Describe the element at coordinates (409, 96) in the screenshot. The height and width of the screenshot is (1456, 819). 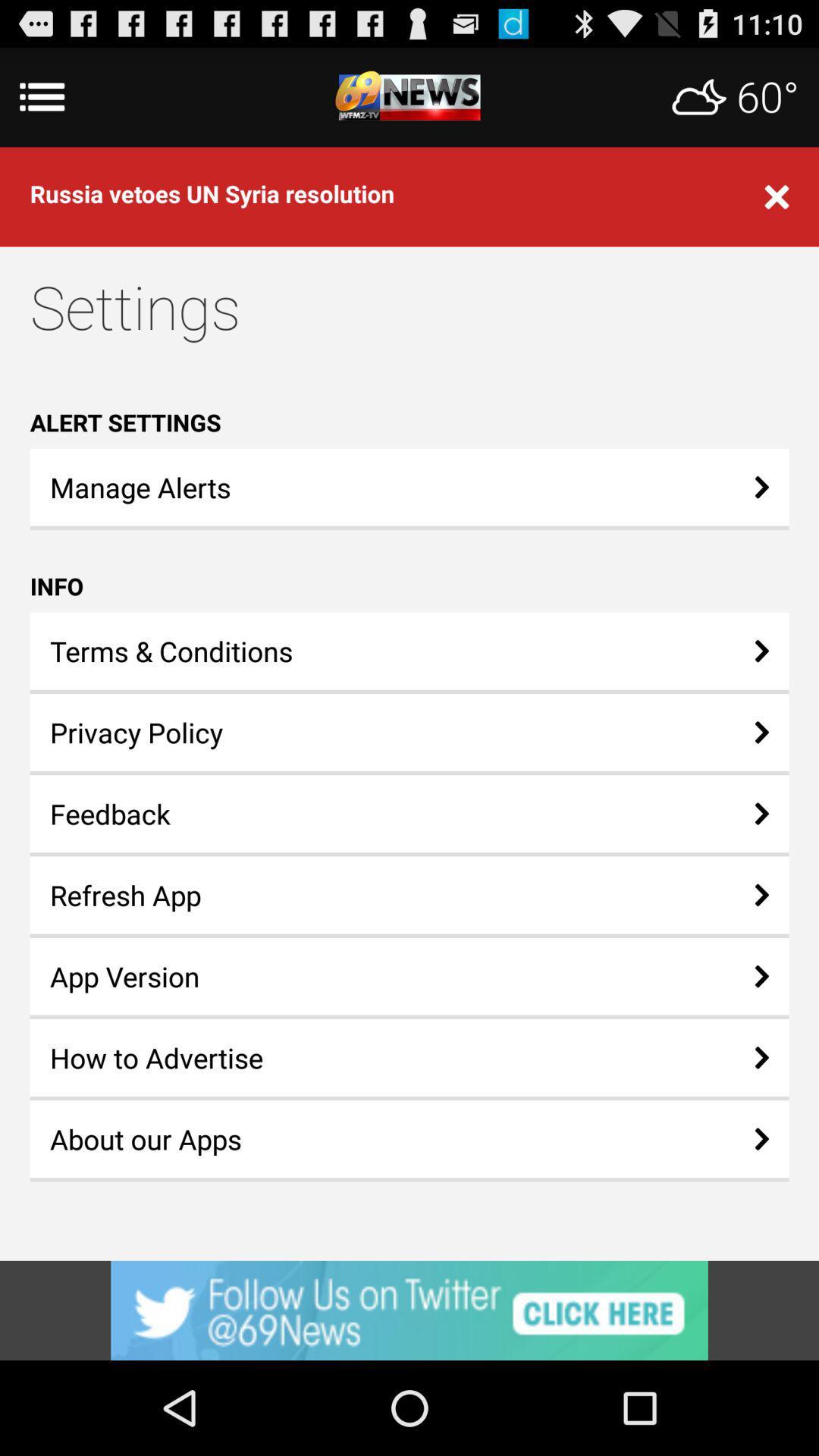
I see `open settings` at that location.